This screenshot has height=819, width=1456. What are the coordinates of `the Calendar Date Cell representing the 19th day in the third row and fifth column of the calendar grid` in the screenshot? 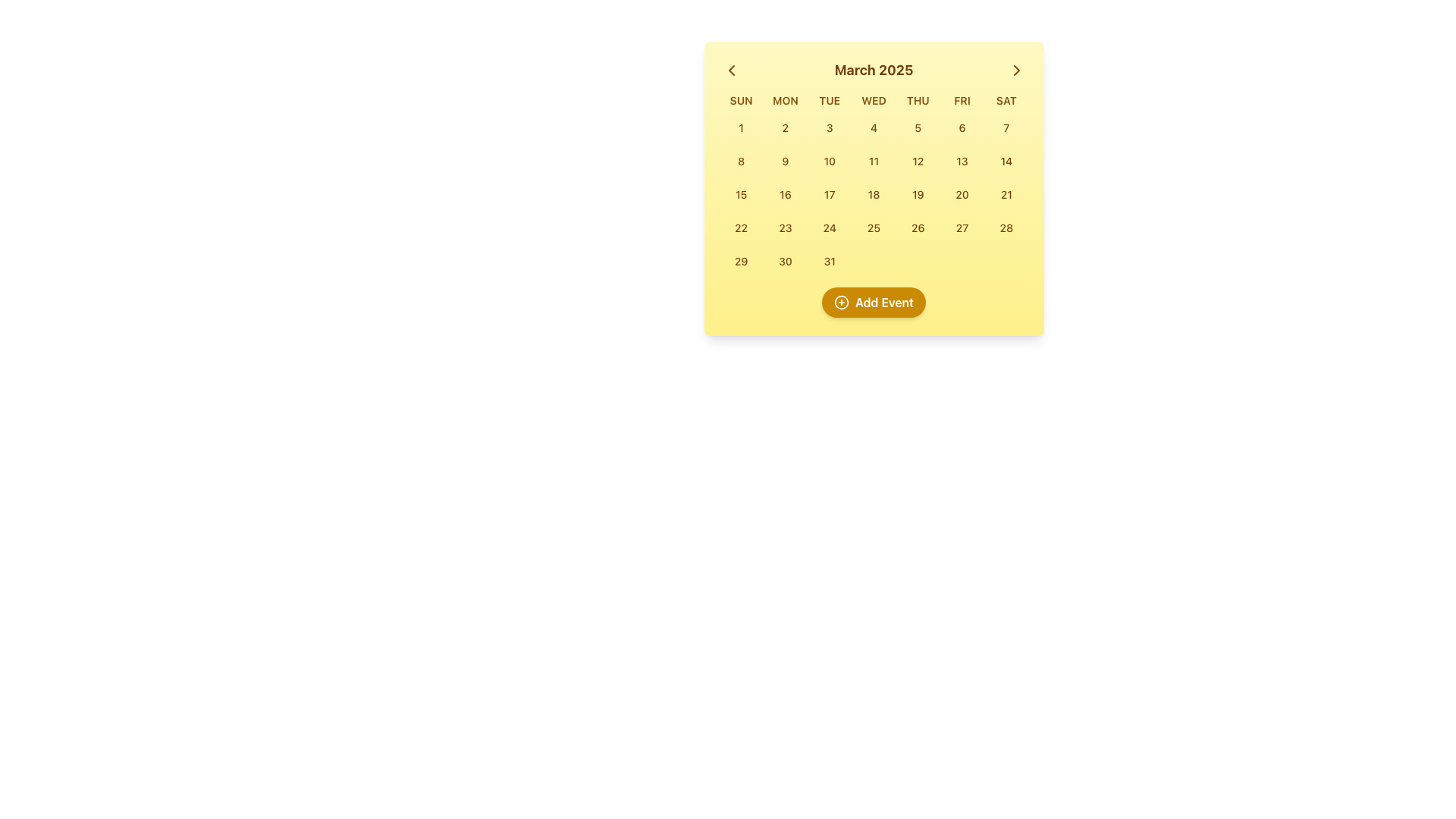 It's located at (917, 194).